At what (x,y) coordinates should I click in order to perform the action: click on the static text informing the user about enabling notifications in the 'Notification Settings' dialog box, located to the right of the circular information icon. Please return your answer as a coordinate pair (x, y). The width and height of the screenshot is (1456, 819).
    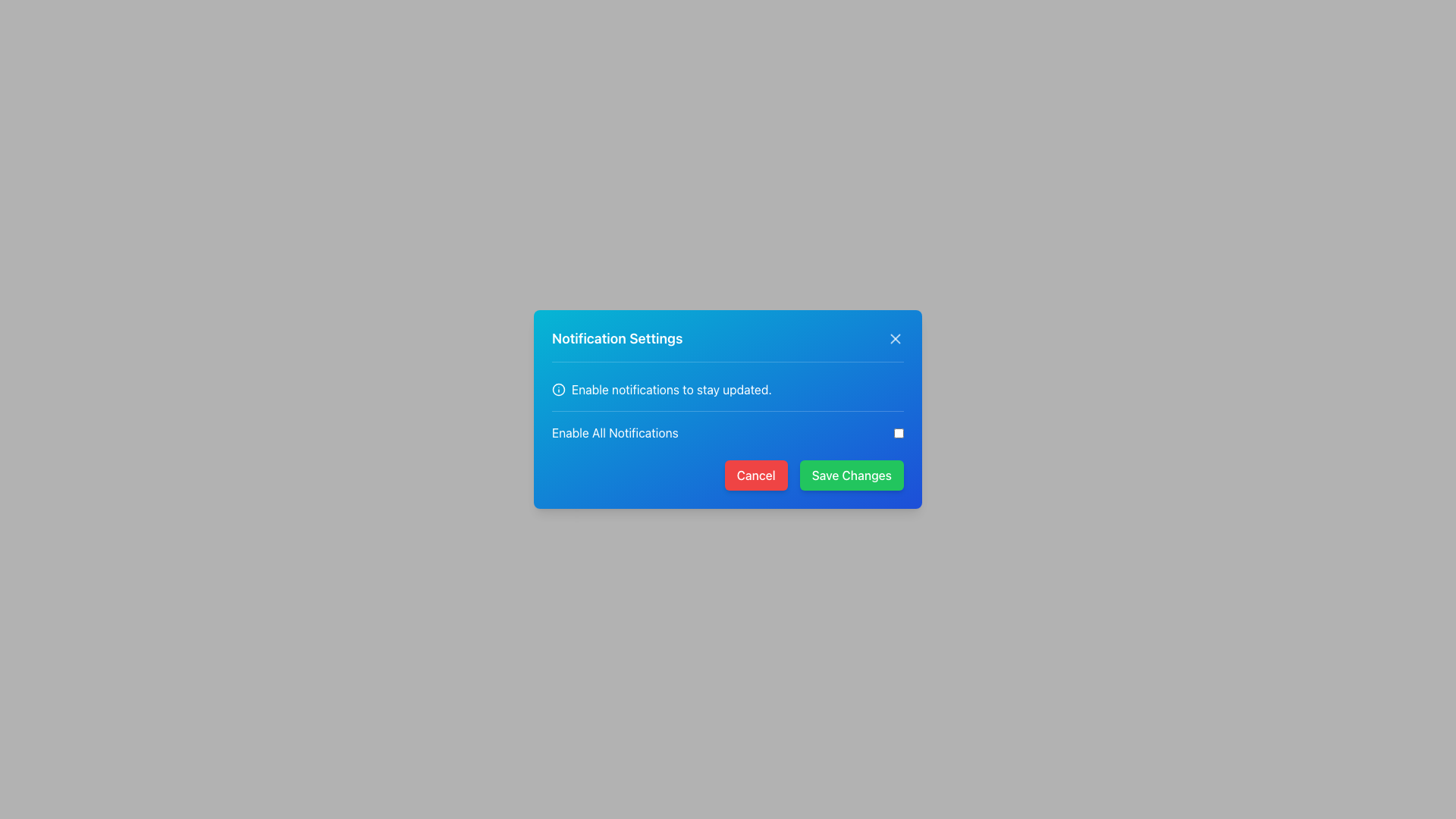
    Looking at the image, I should click on (670, 388).